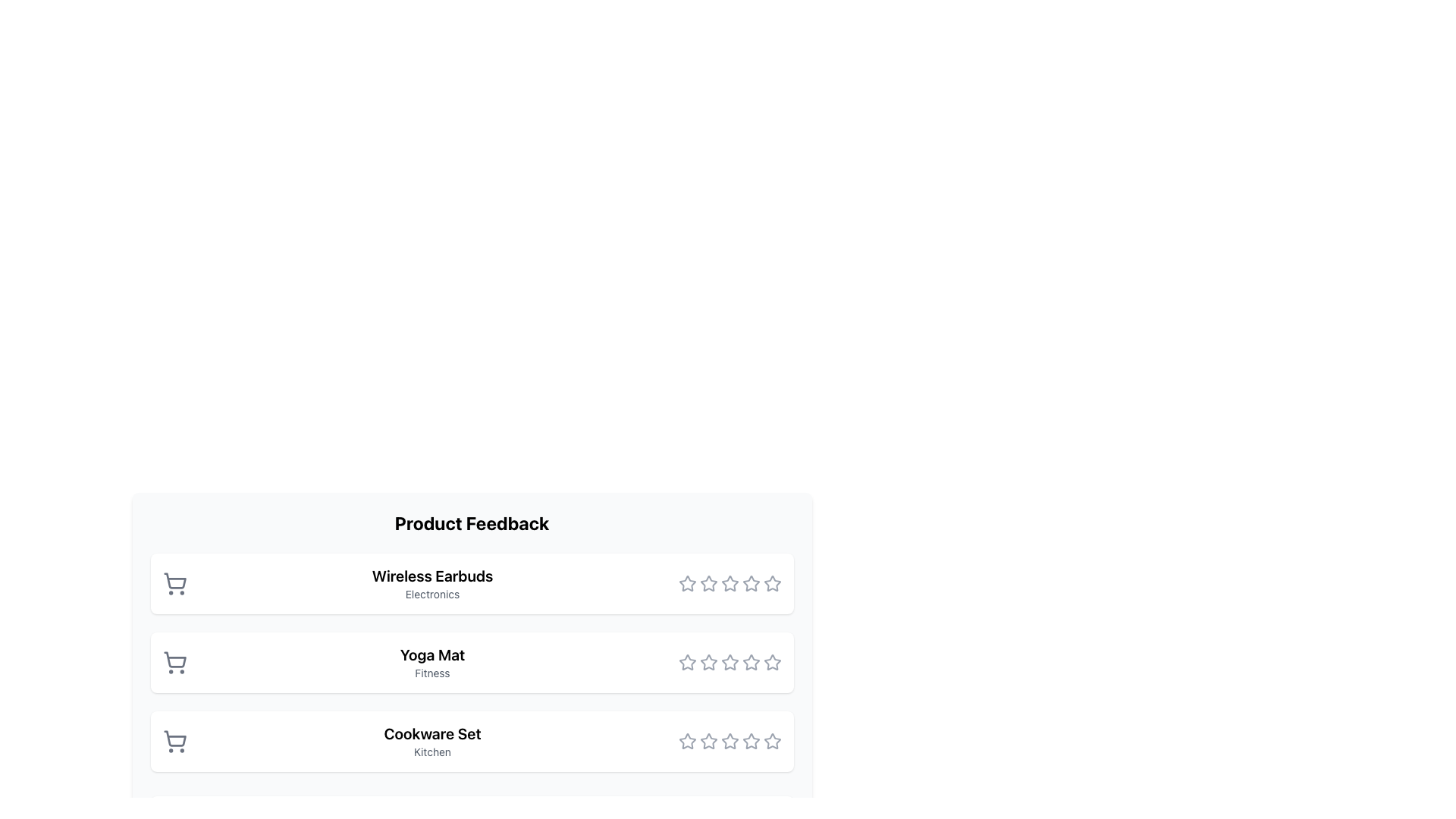 The height and width of the screenshot is (819, 1456). I want to click on the highlighted third star icon in the rating system, so click(730, 741).